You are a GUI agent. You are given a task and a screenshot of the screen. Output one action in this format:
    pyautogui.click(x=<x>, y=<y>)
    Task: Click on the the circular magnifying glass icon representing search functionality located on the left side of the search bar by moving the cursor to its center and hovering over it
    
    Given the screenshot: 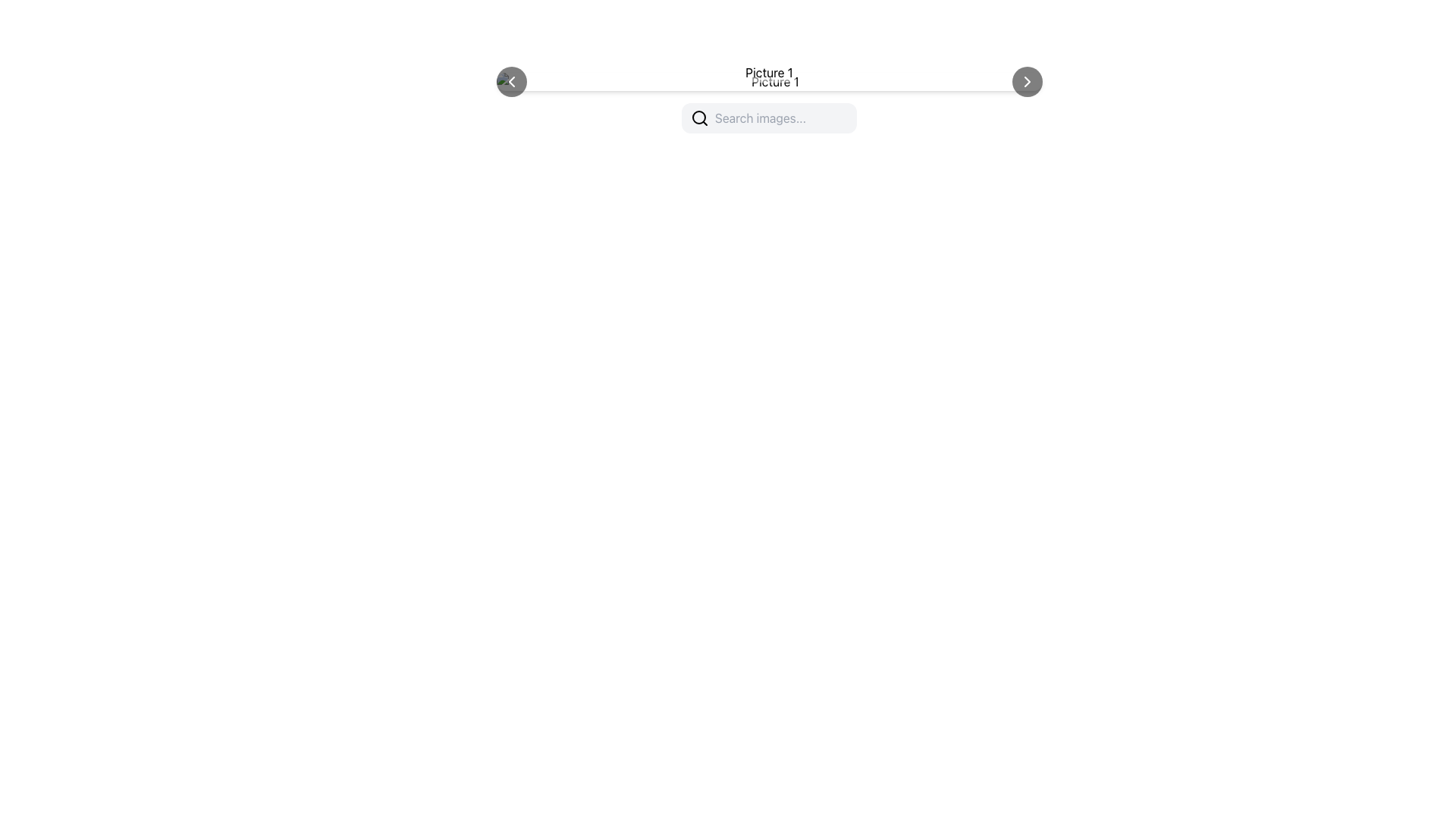 What is the action you would take?
    pyautogui.click(x=698, y=117)
    